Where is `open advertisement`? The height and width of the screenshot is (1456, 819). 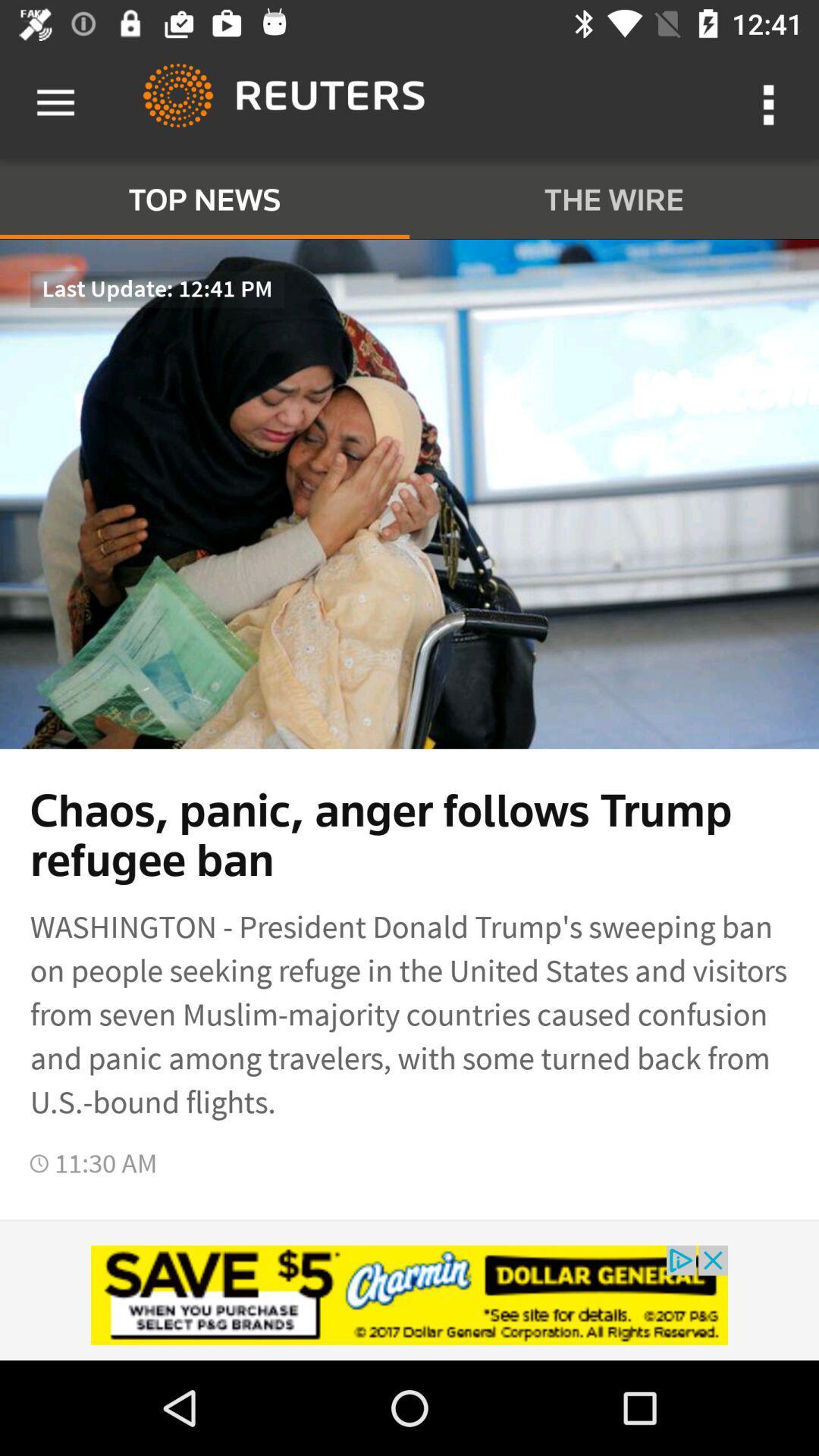 open advertisement is located at coordinates (409, 1294).